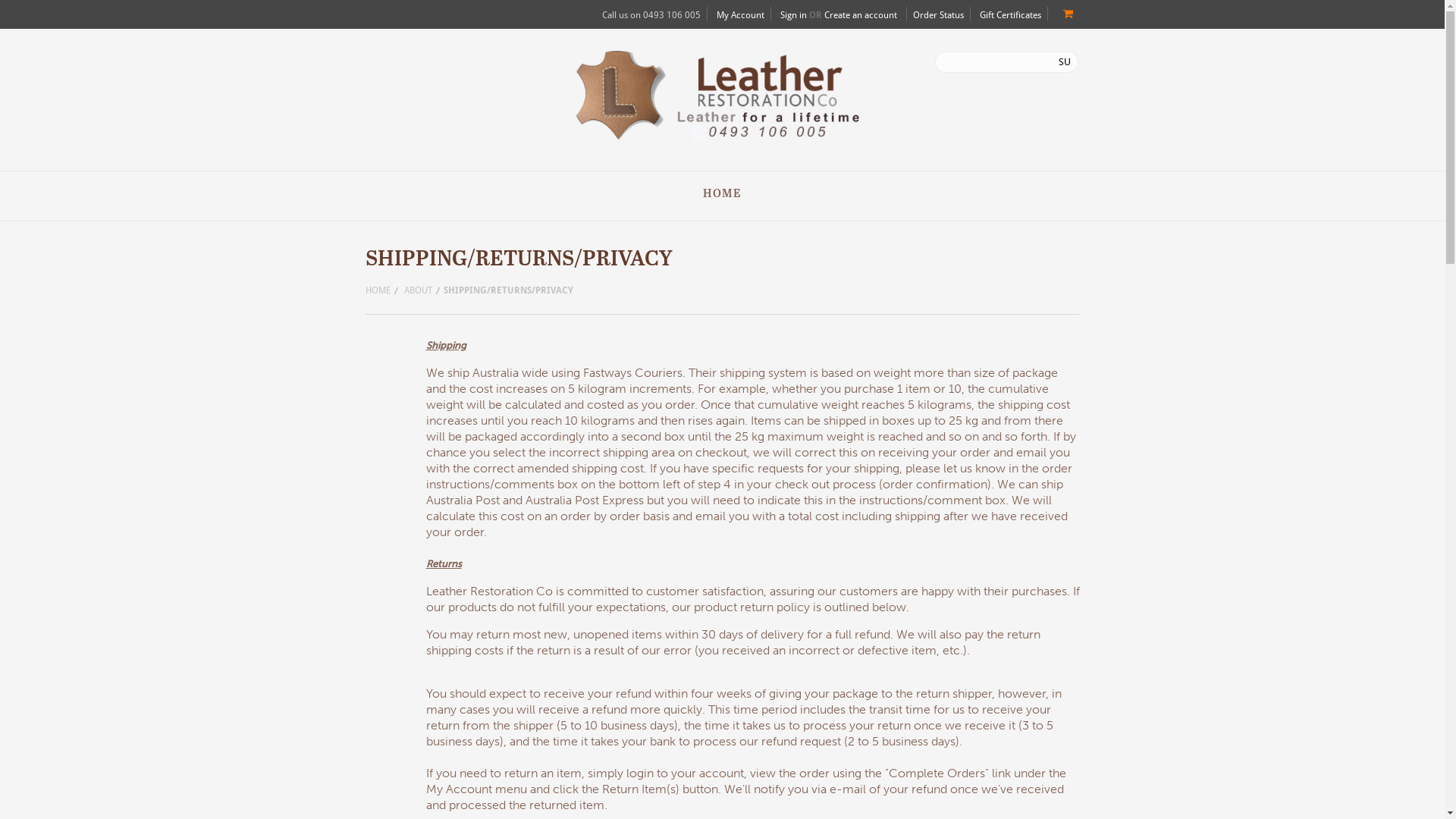  What do you see at coordinates (739, 14) in the screenshot?
I see `'My Account'` at bounding box center [739, 14].